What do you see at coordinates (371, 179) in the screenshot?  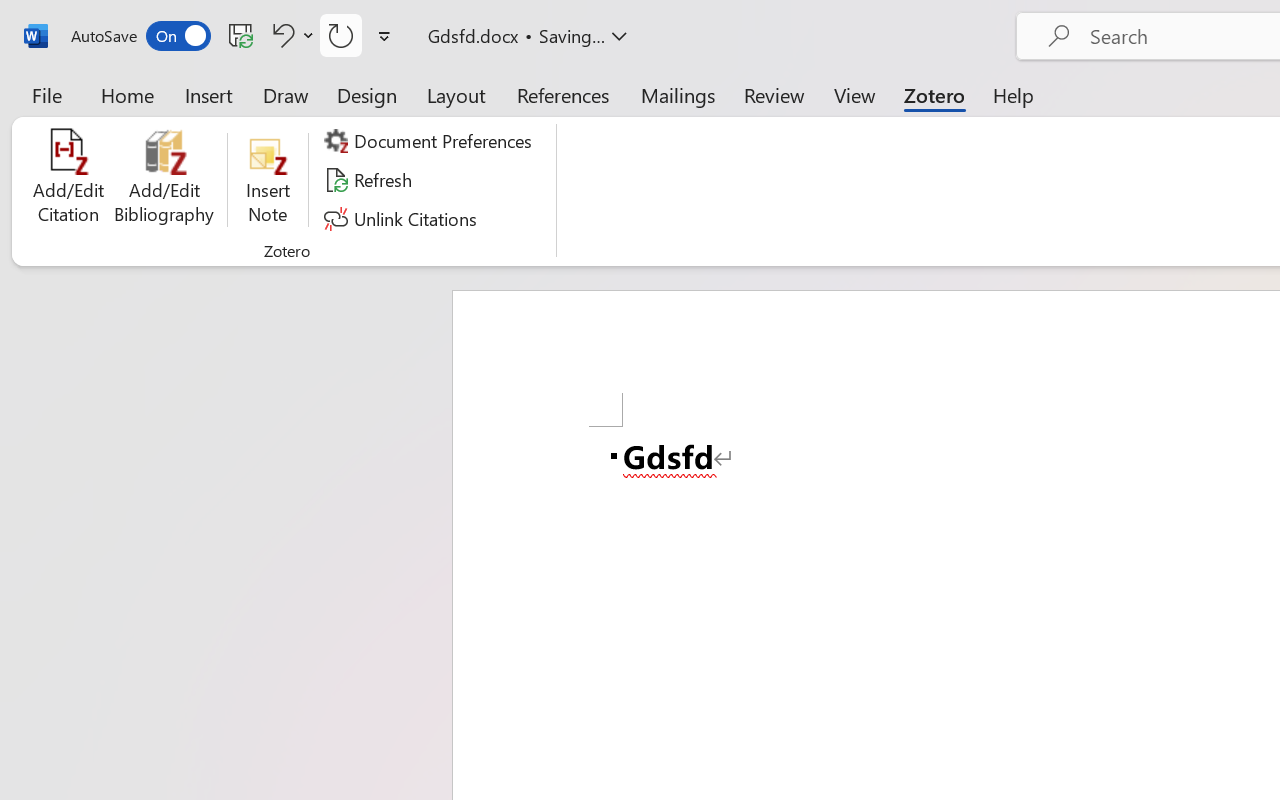 I see `'Refresh'` at bounding box center [371, 179].